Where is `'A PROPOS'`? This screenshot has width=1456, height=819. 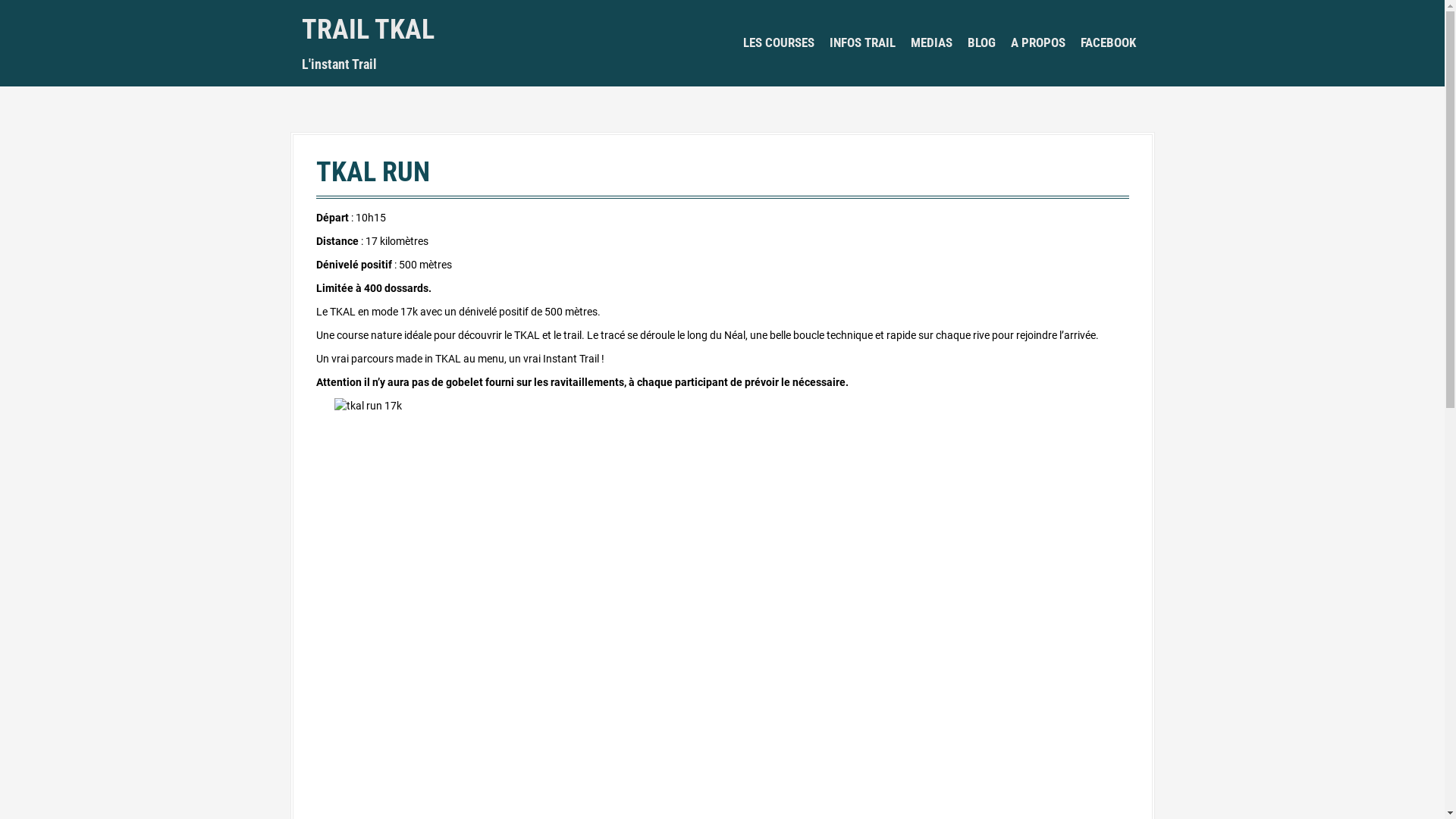 'A PROPOS' is located at coordinates (1037, 42).